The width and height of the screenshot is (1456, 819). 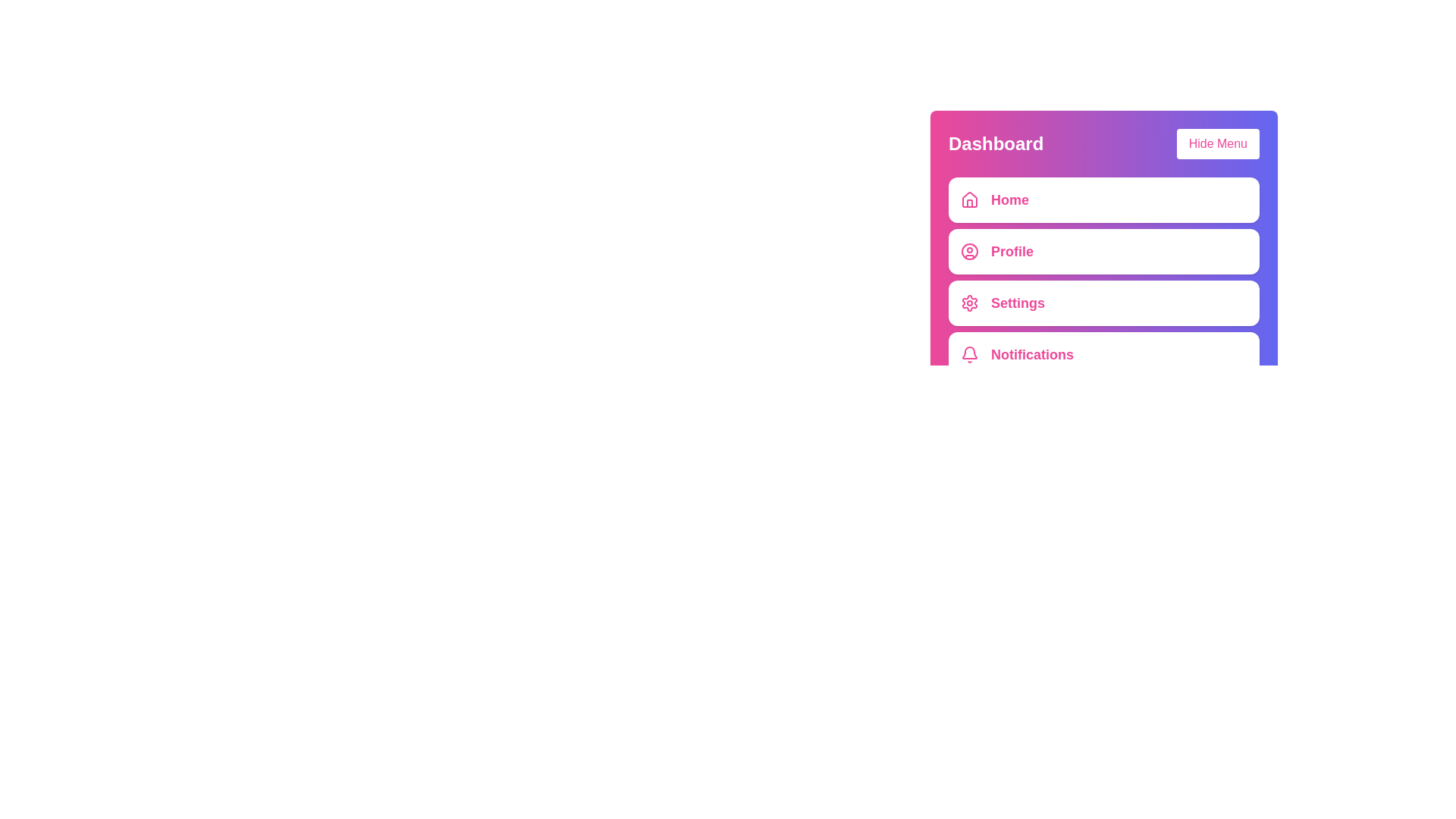 I want to click on the menu item labeled Profile to observe its hover effect, so click(x=1103, y=250).